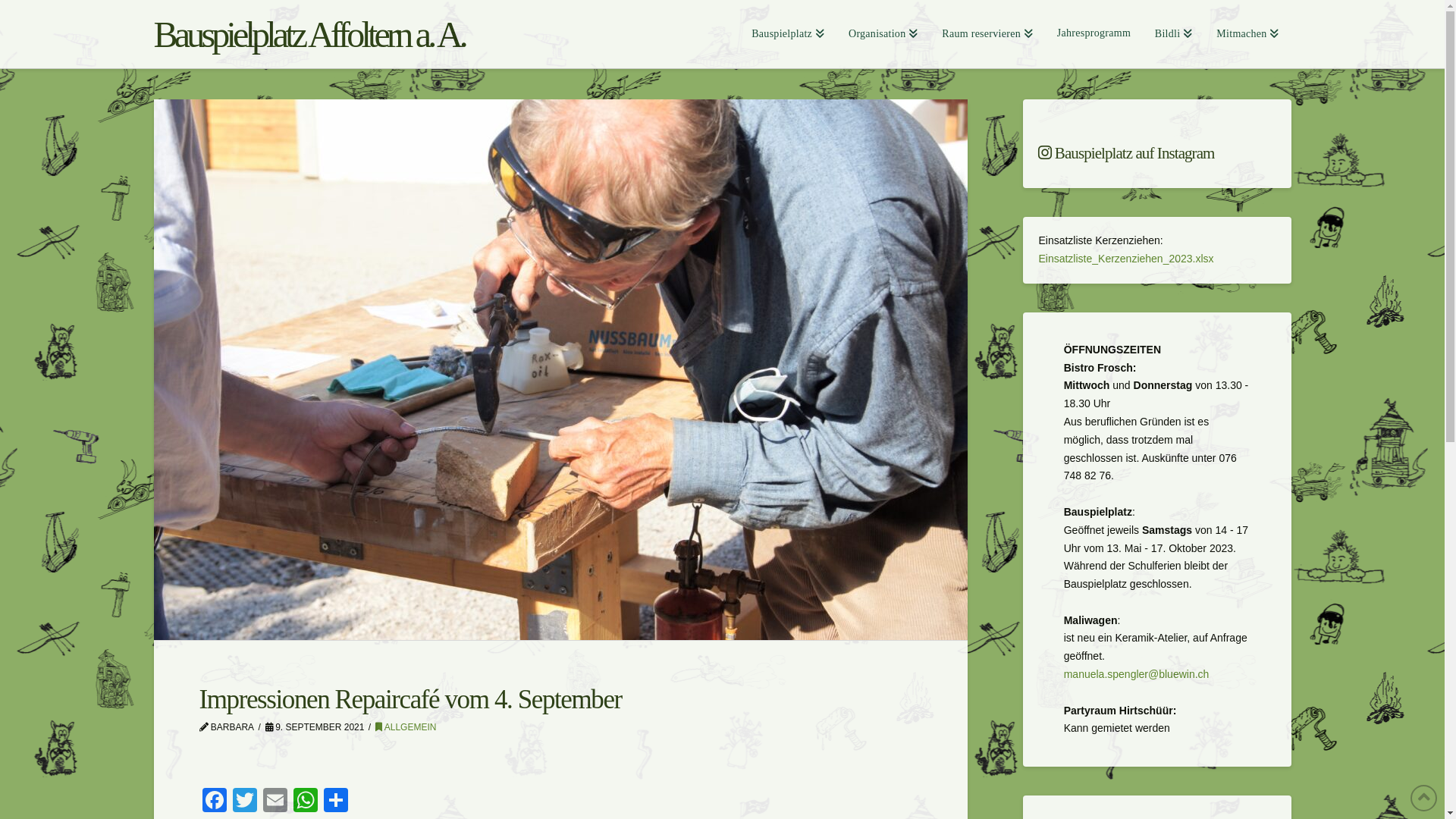  Describe the element at coordinates (152, 34) in the screenshot. I see `'Bauspielplatz Affoltern a. A.'` at that location.